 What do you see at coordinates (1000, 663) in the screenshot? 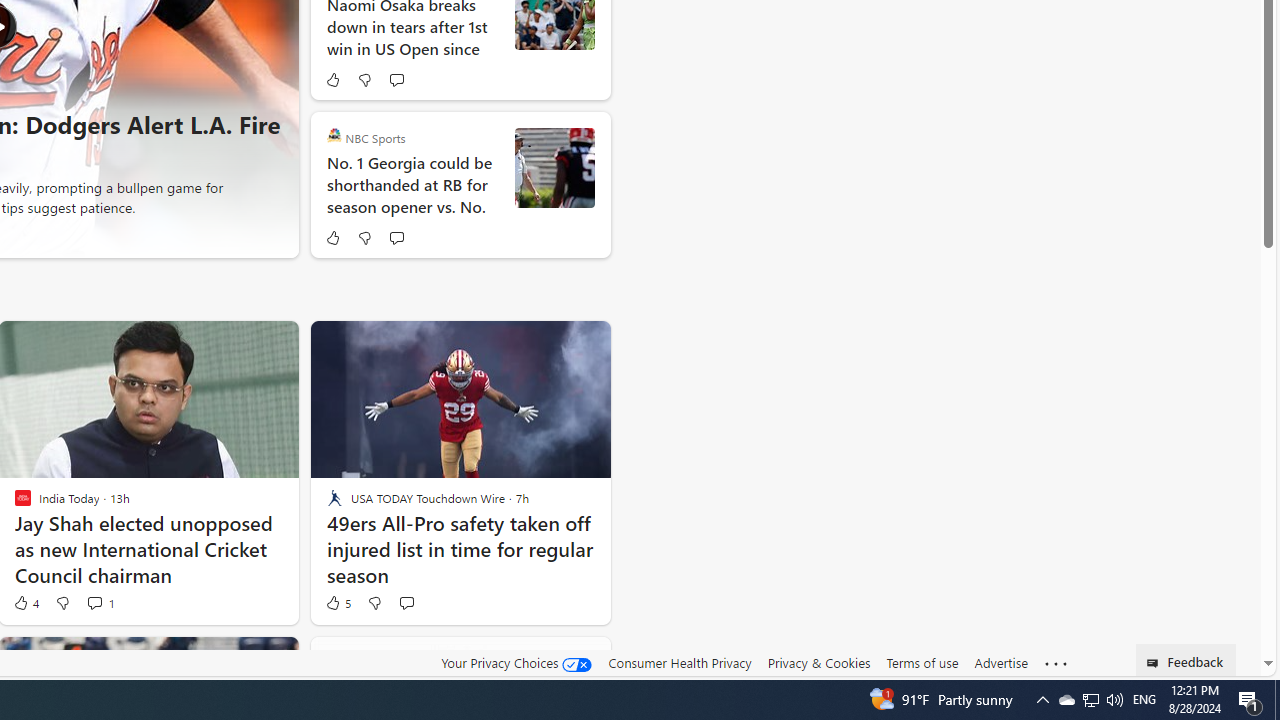
I see `'Advertise'` at bounding box center [1000, 663].